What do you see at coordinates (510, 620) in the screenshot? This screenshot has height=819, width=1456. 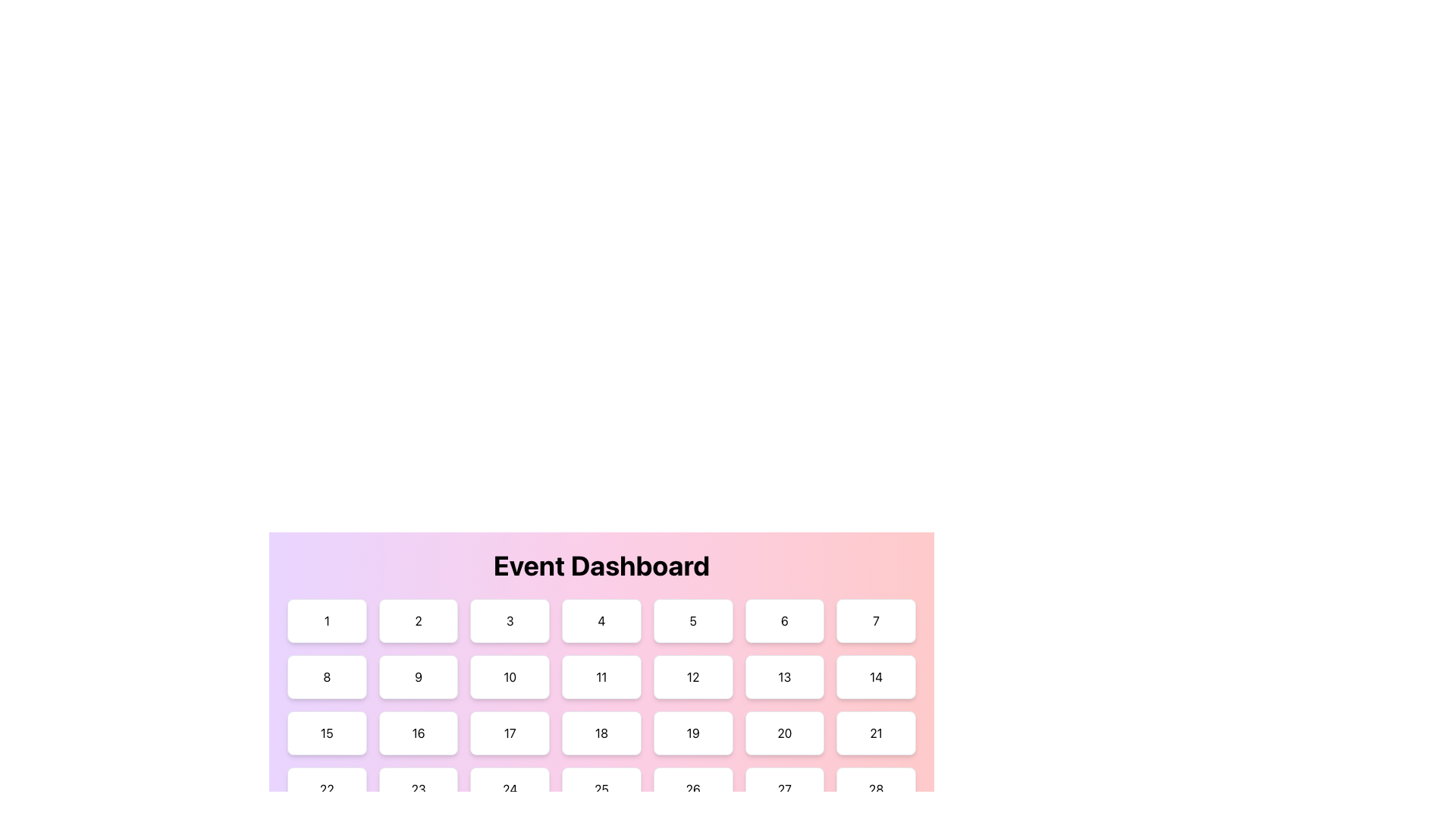 I see `the rounded rectangular button displaying the number '3' to observe its potential effect` at bounding box center [510, 620].